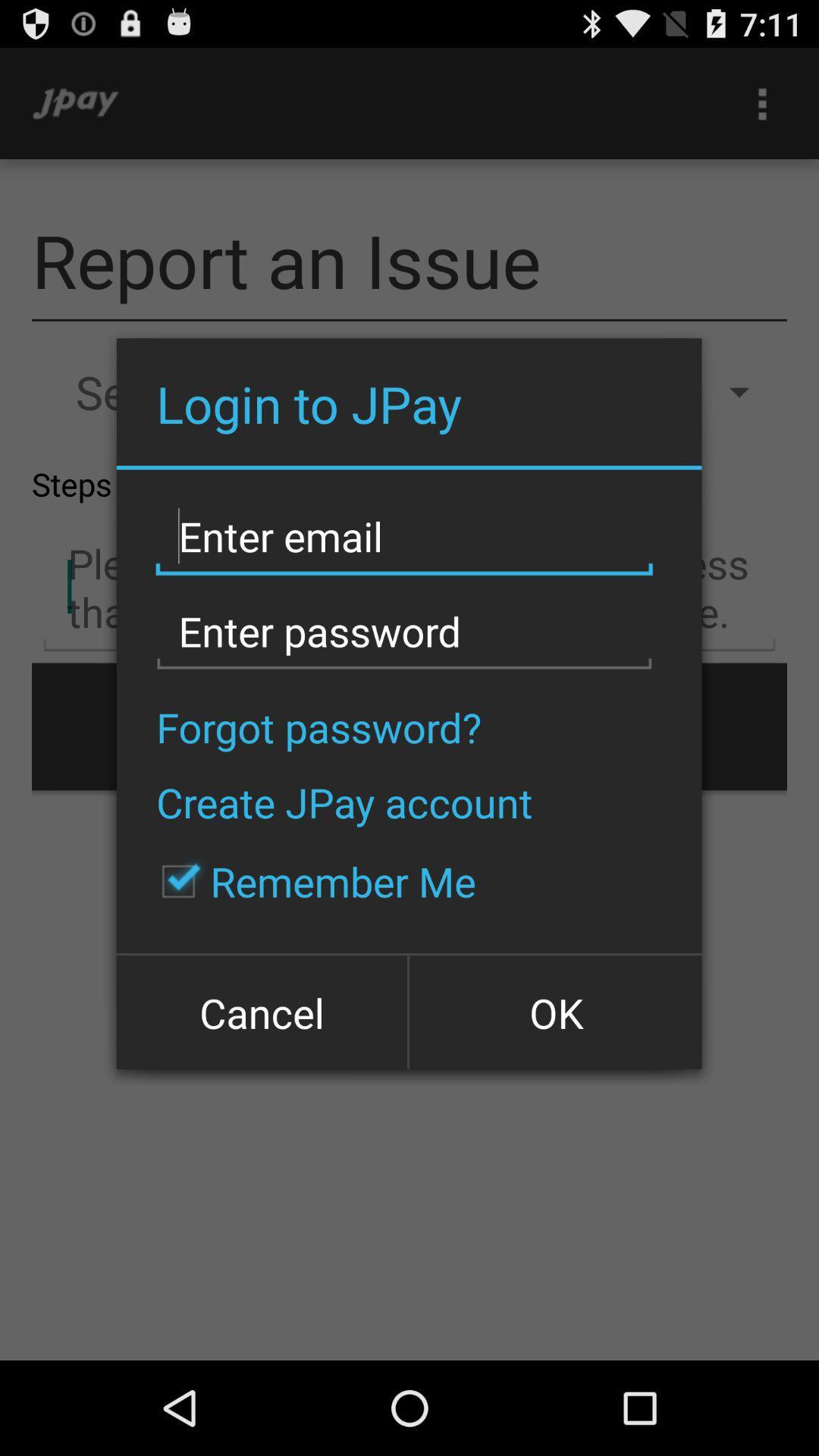 The width and height of the screenshot is (819, 1456). What do you see at coordinates (403, 537) in the screenshot?
I see `type your email` at bounding box center [403, 537].